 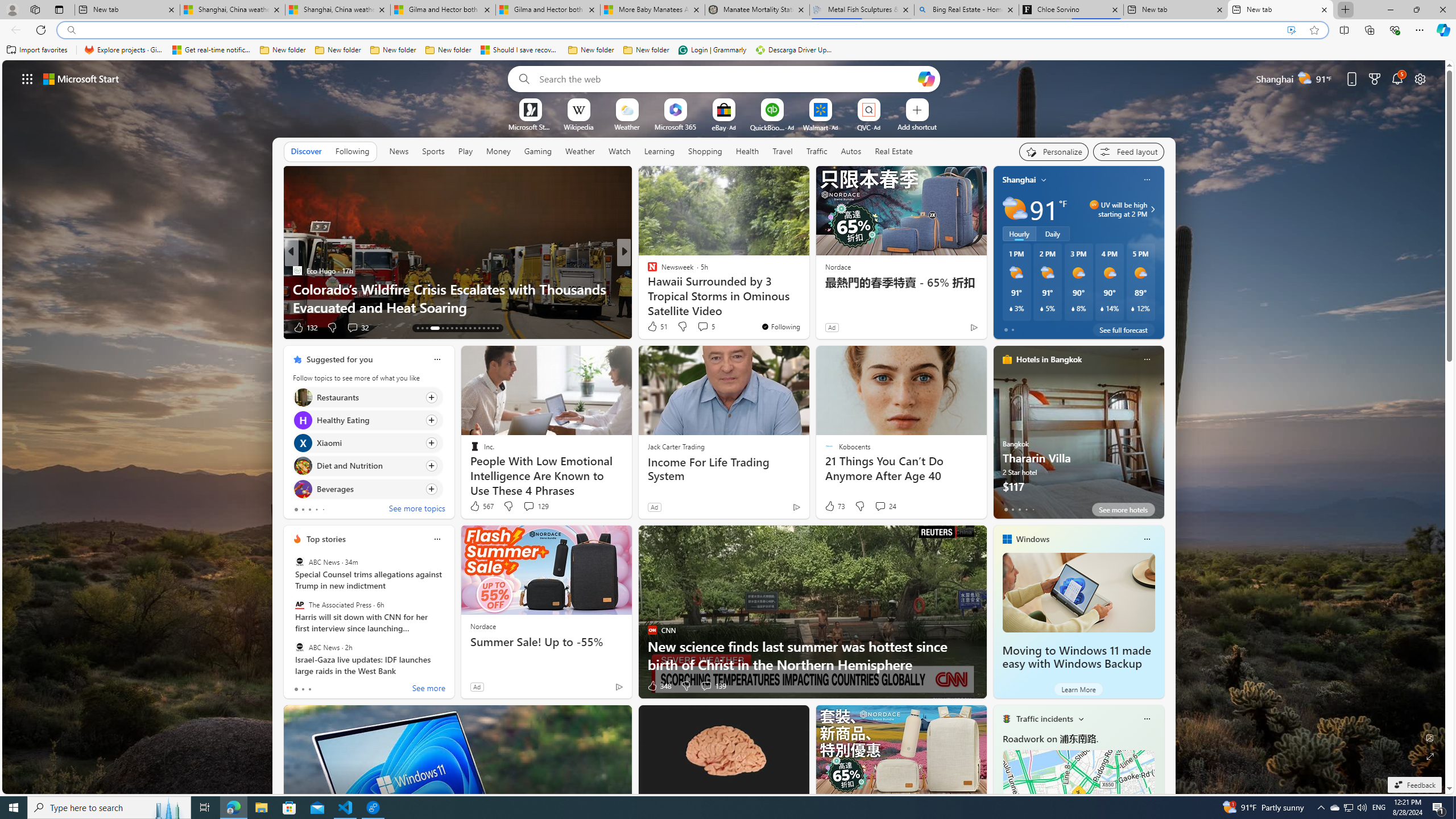 I want to click on 'Class: icon-img', so click(x=1146, y=718).